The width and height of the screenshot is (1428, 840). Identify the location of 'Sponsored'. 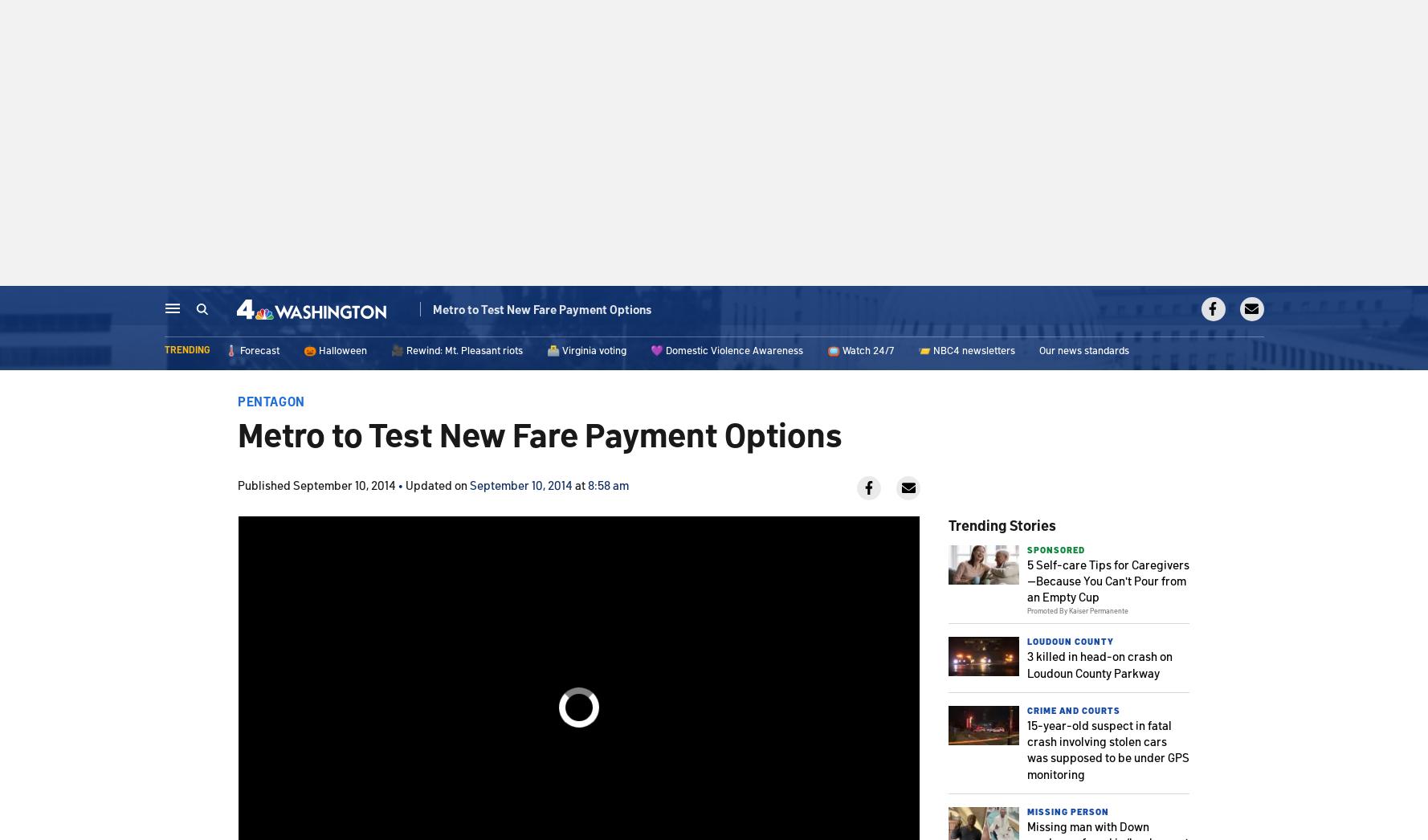
(1056, 548).